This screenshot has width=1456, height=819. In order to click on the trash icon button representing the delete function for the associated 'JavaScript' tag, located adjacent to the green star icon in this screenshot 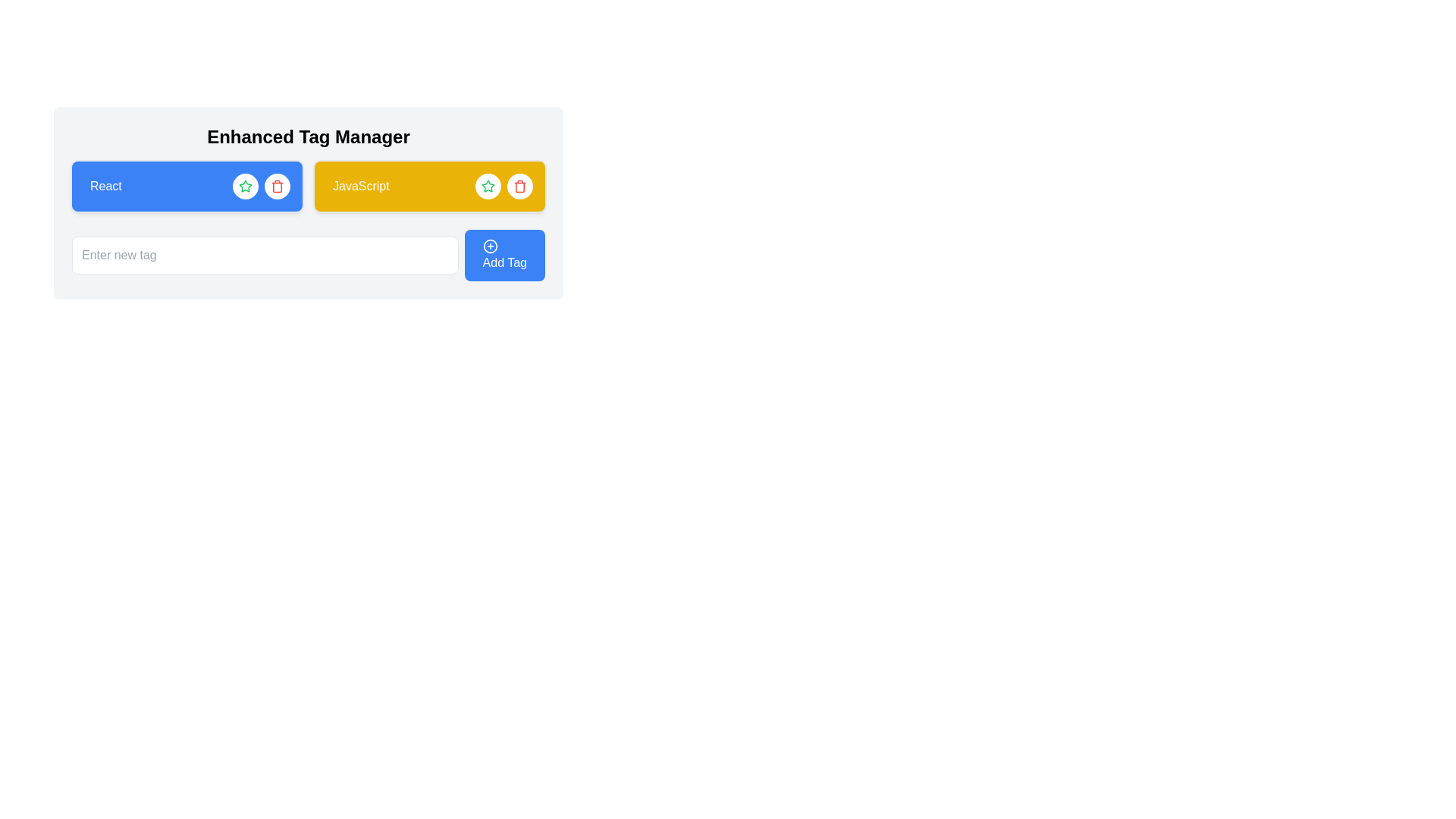, I will do `click(520, 186)`.